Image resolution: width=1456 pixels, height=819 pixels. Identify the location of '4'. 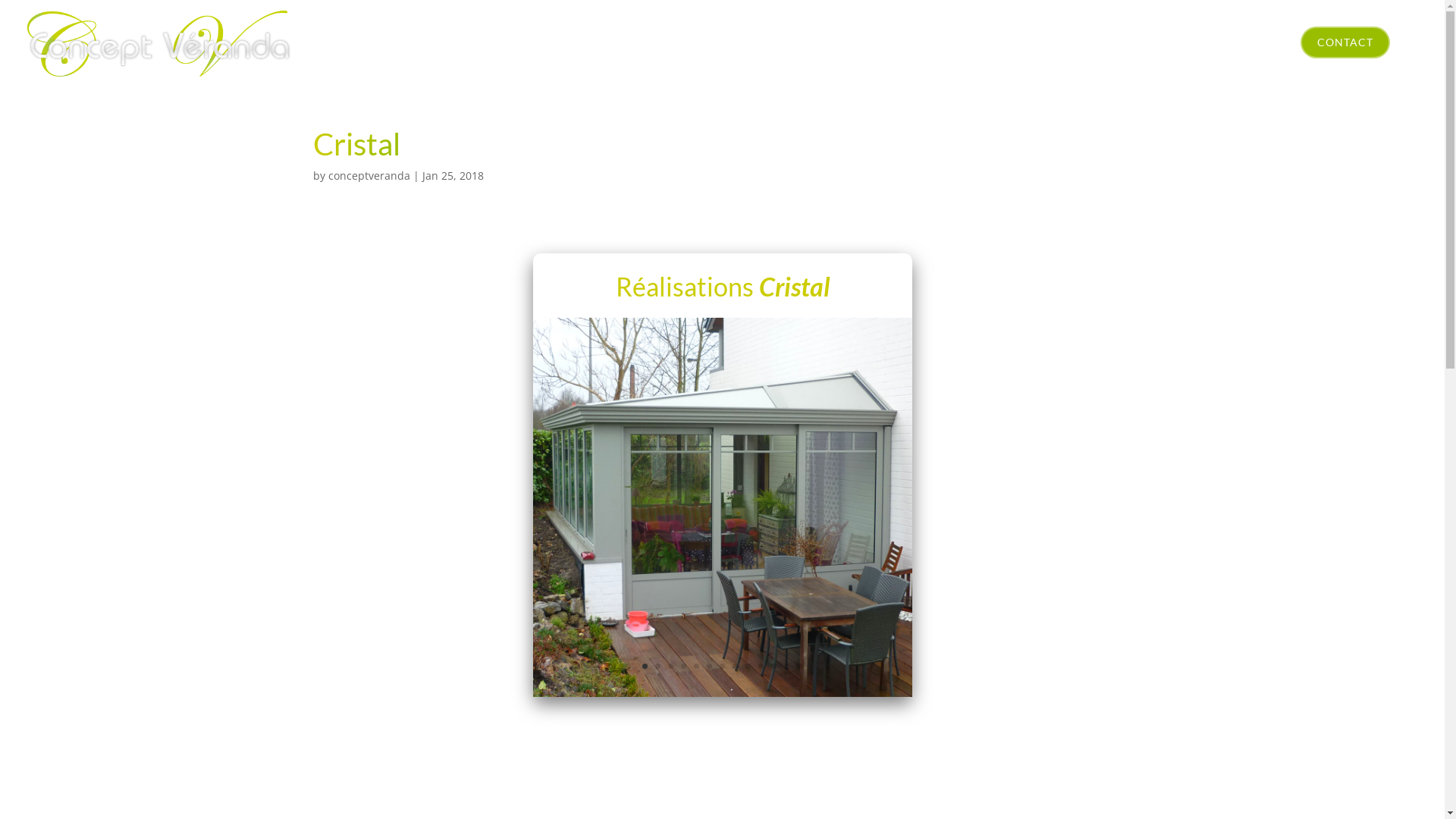
(679, 665).